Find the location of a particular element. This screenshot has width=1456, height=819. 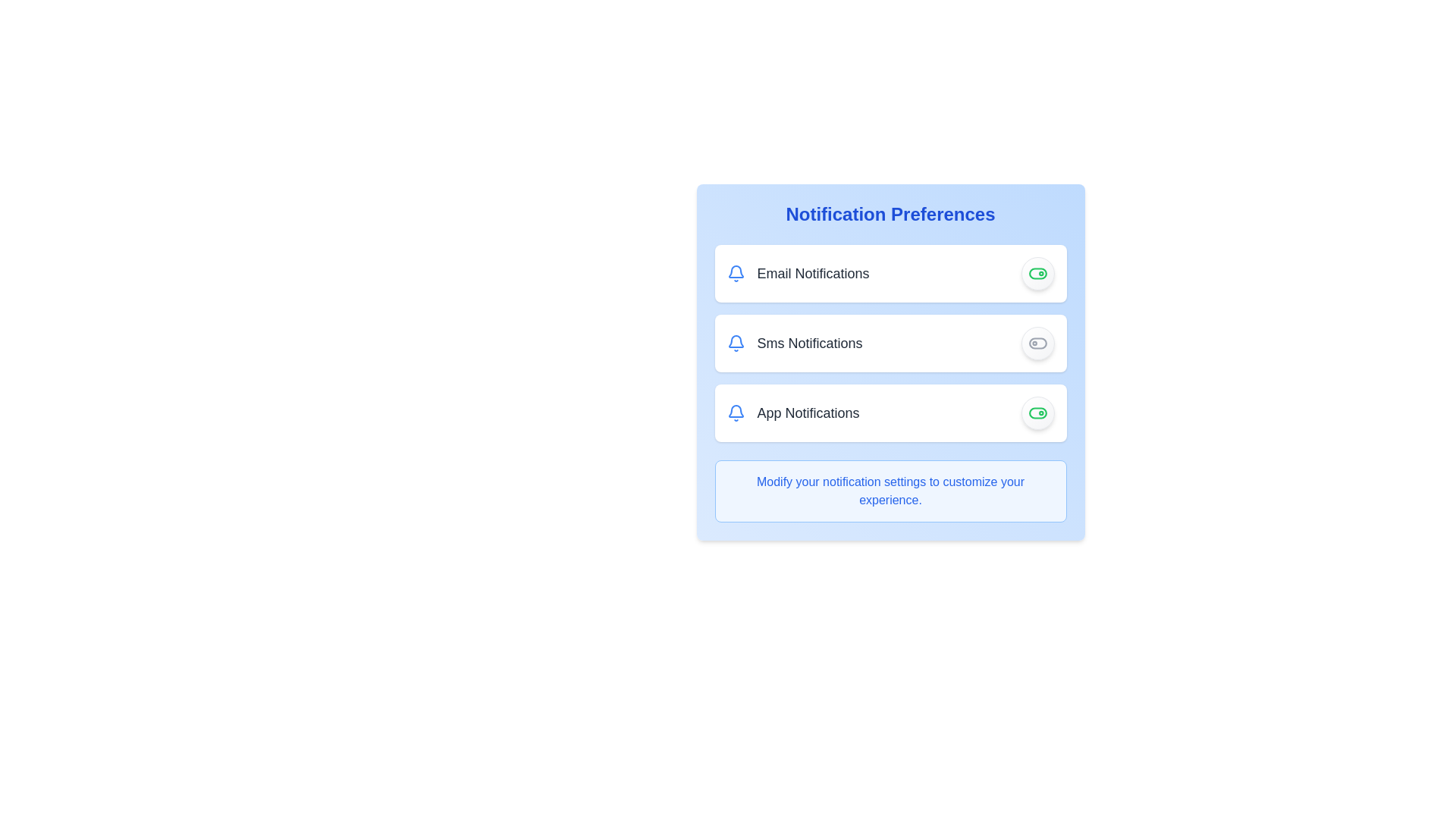

the information presented in the 'App Notifications' label with the bell icon, which is the third item under the 'Notification Preferences' section is located at coordinates (792, 413).